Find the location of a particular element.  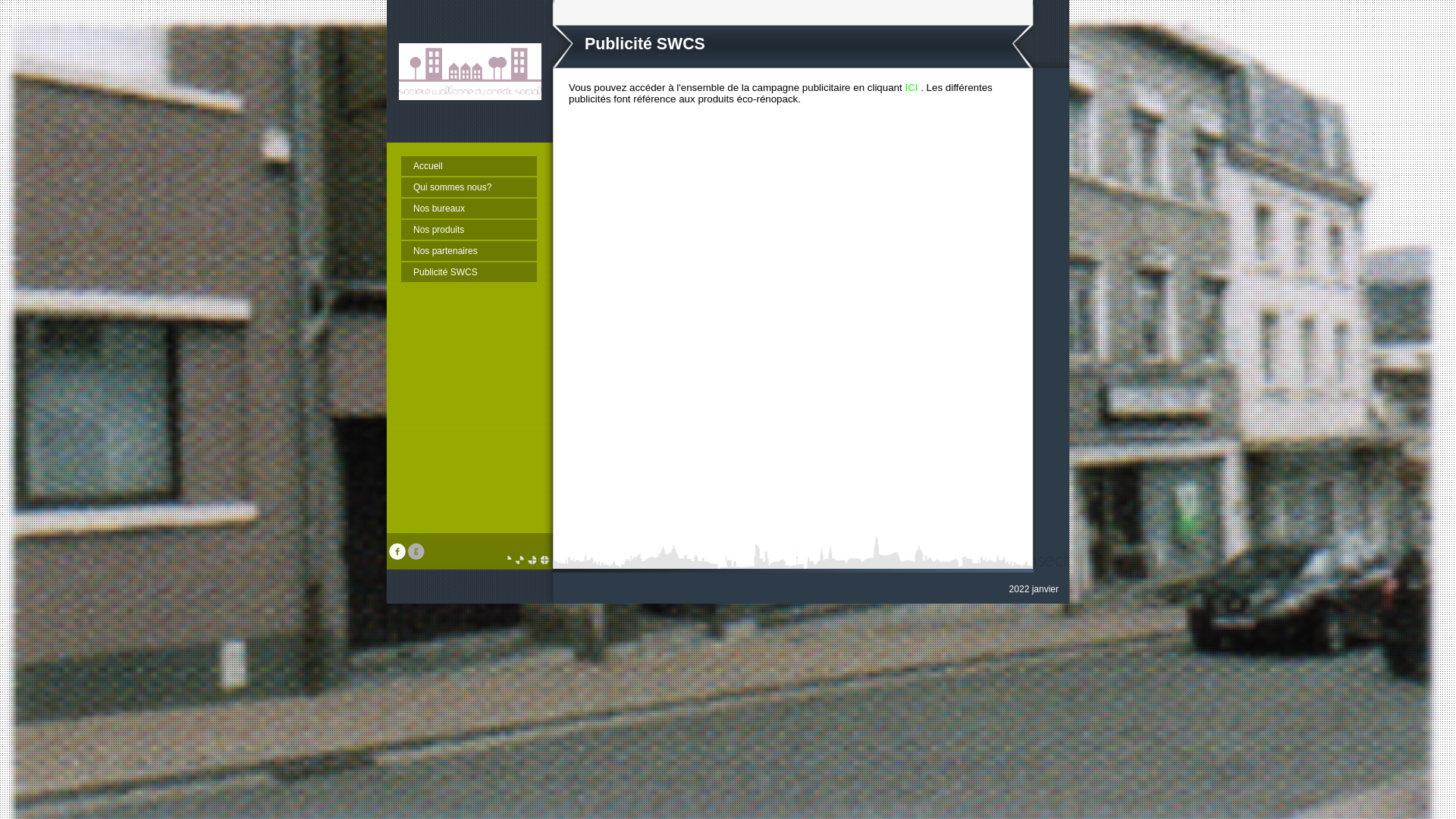

'Nos partenaires' is located at coordinates (468, 250).